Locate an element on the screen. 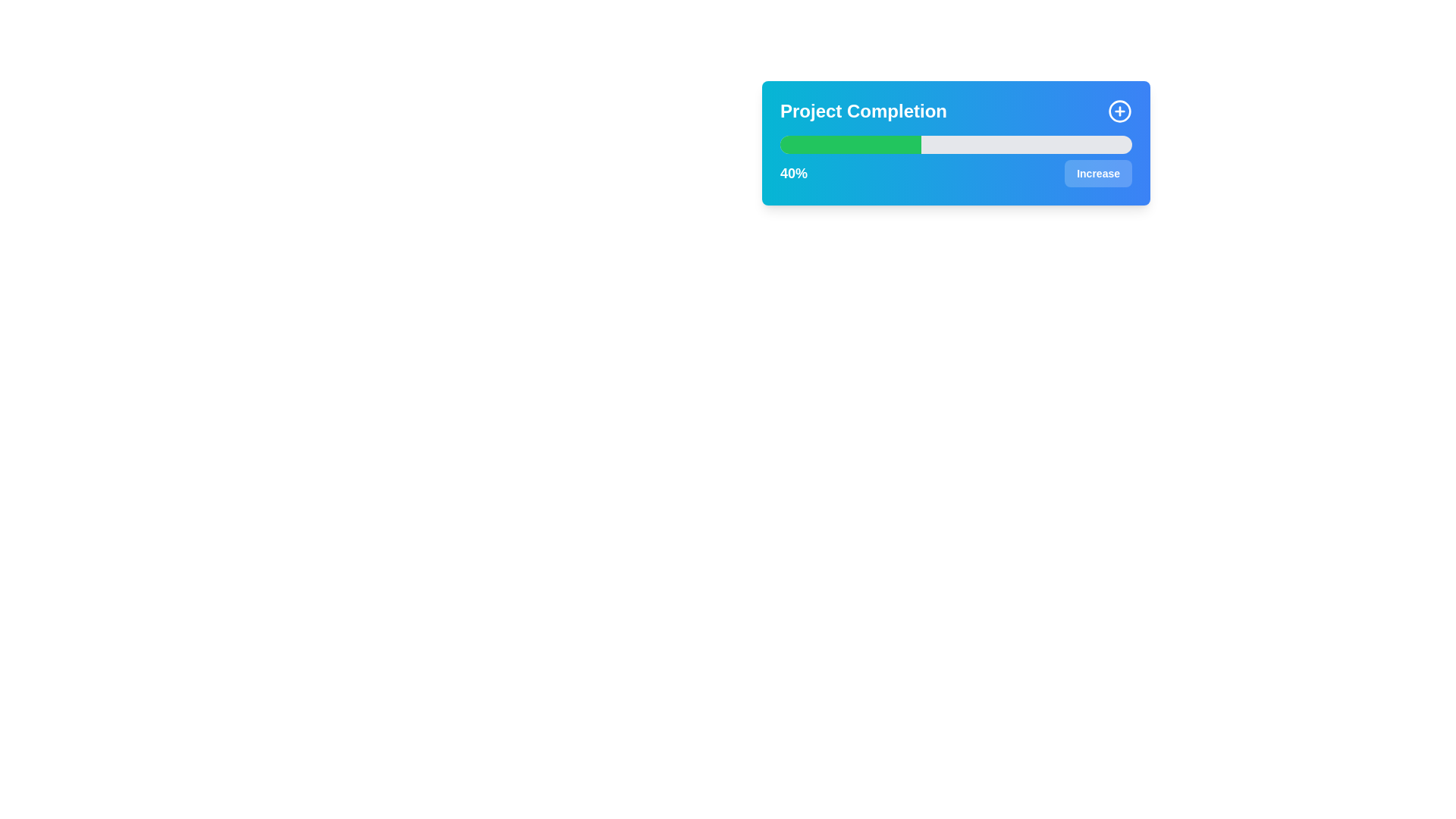 This screenshot has width=1456, height=819. the progress bar that visually indicates 40% completion, positioned centrally below 'Project Completion' and above '40%' and the 'Increase' button is located at coordinates (955, 145).